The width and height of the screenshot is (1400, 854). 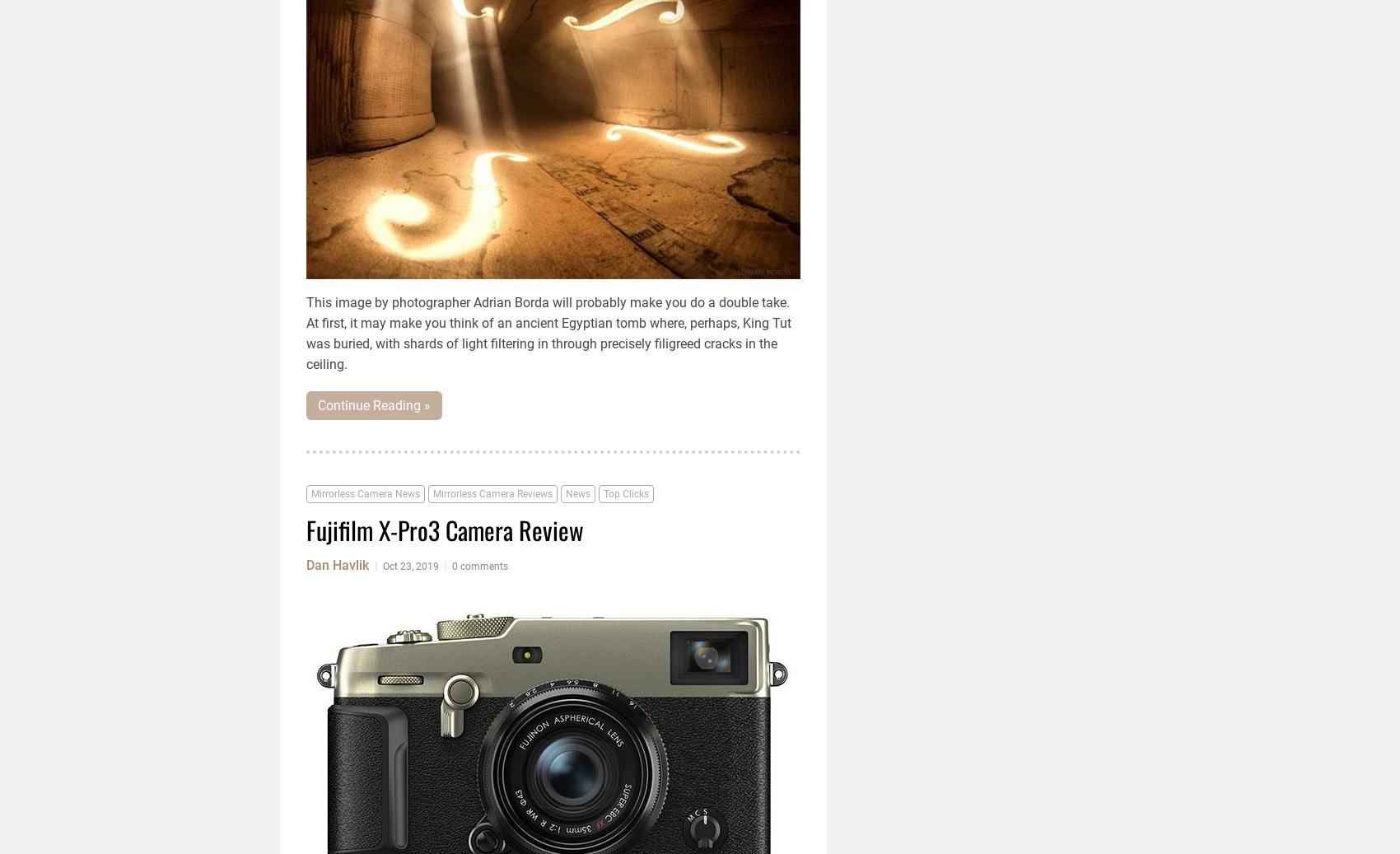 I want to click on 'Mirrorless Camera Reviews', so click(x=492, y=494).